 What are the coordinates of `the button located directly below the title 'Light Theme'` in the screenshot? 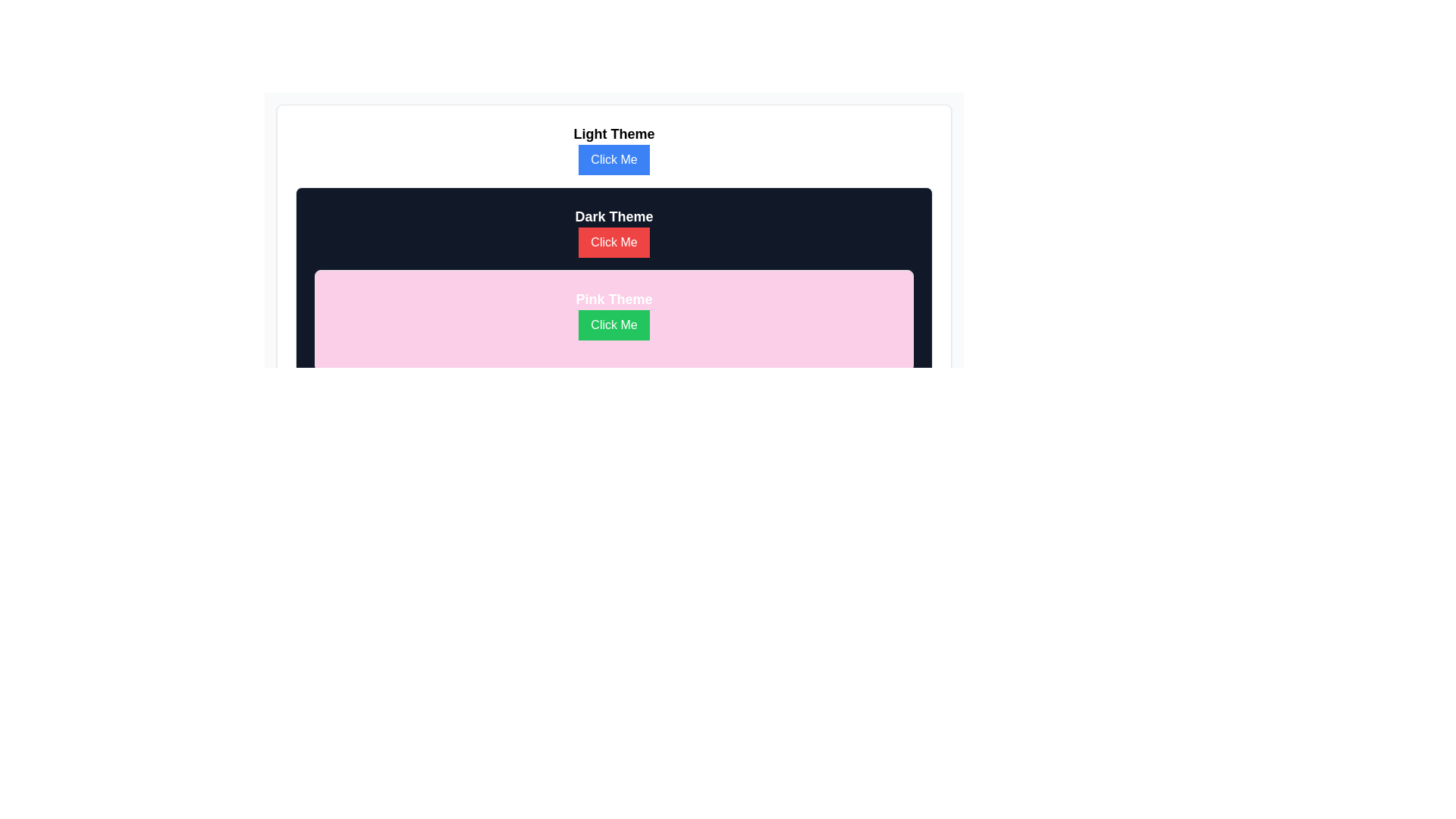 It's located at (614, 160).